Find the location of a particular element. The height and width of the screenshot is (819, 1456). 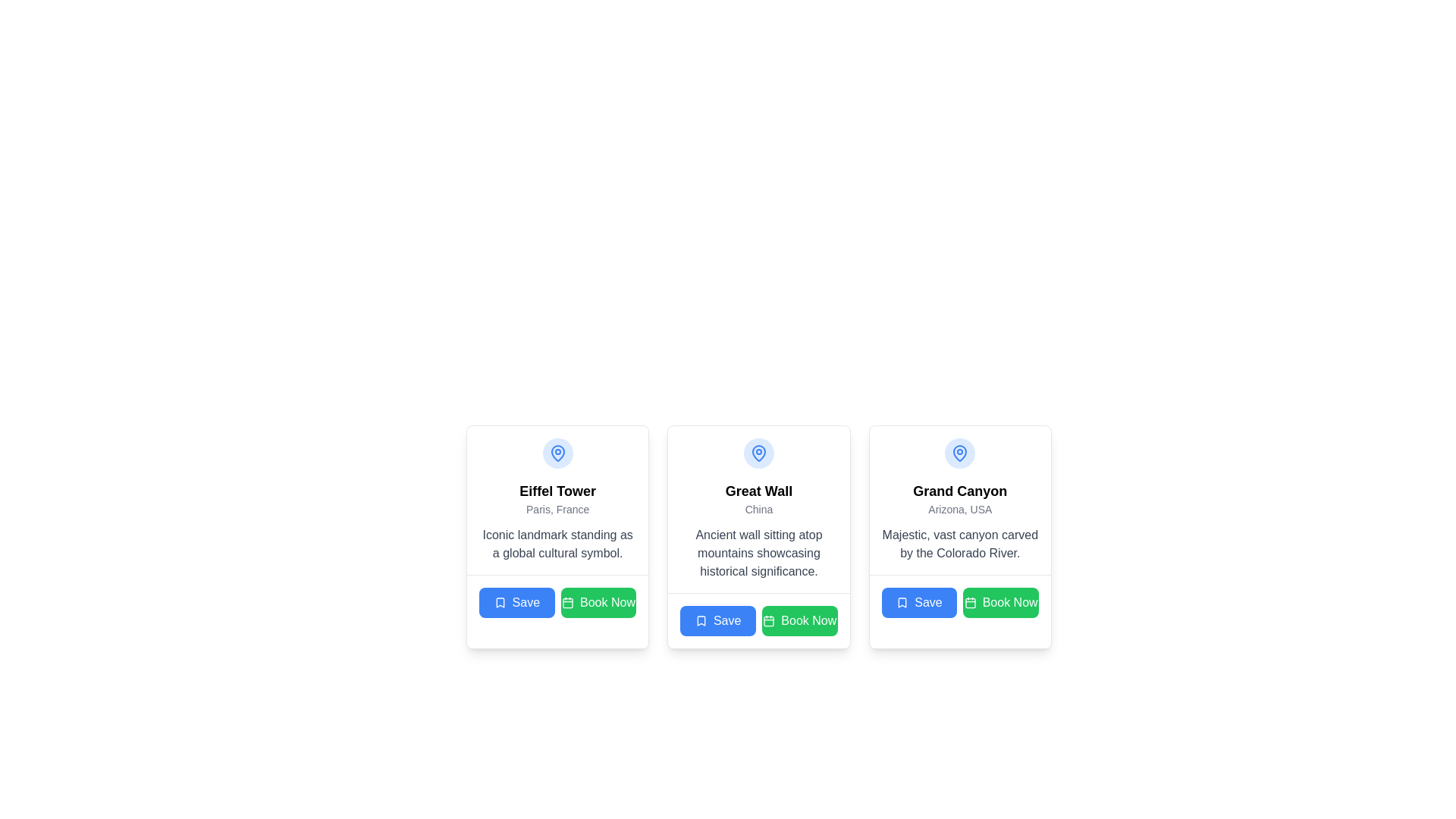

the save icon within the 'Save' button in the 'Great Wall' card is located at coordinates (700, 620).